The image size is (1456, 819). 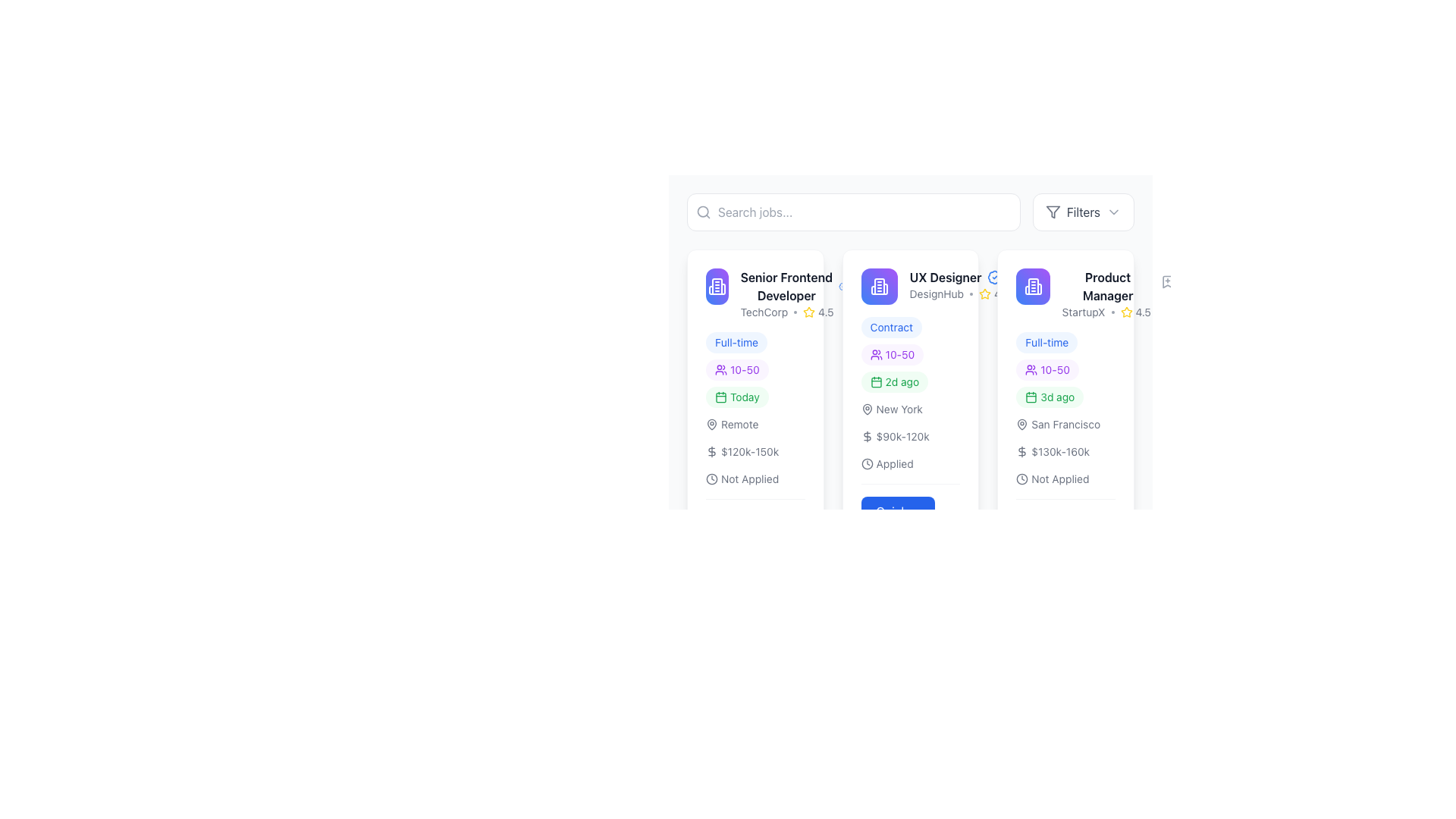 I want to click on the 'Remote' text with map pin icon element, located in the top-left corner of the job listing card for 'Senior Frontend Developer.', so click(x=732, y=424).